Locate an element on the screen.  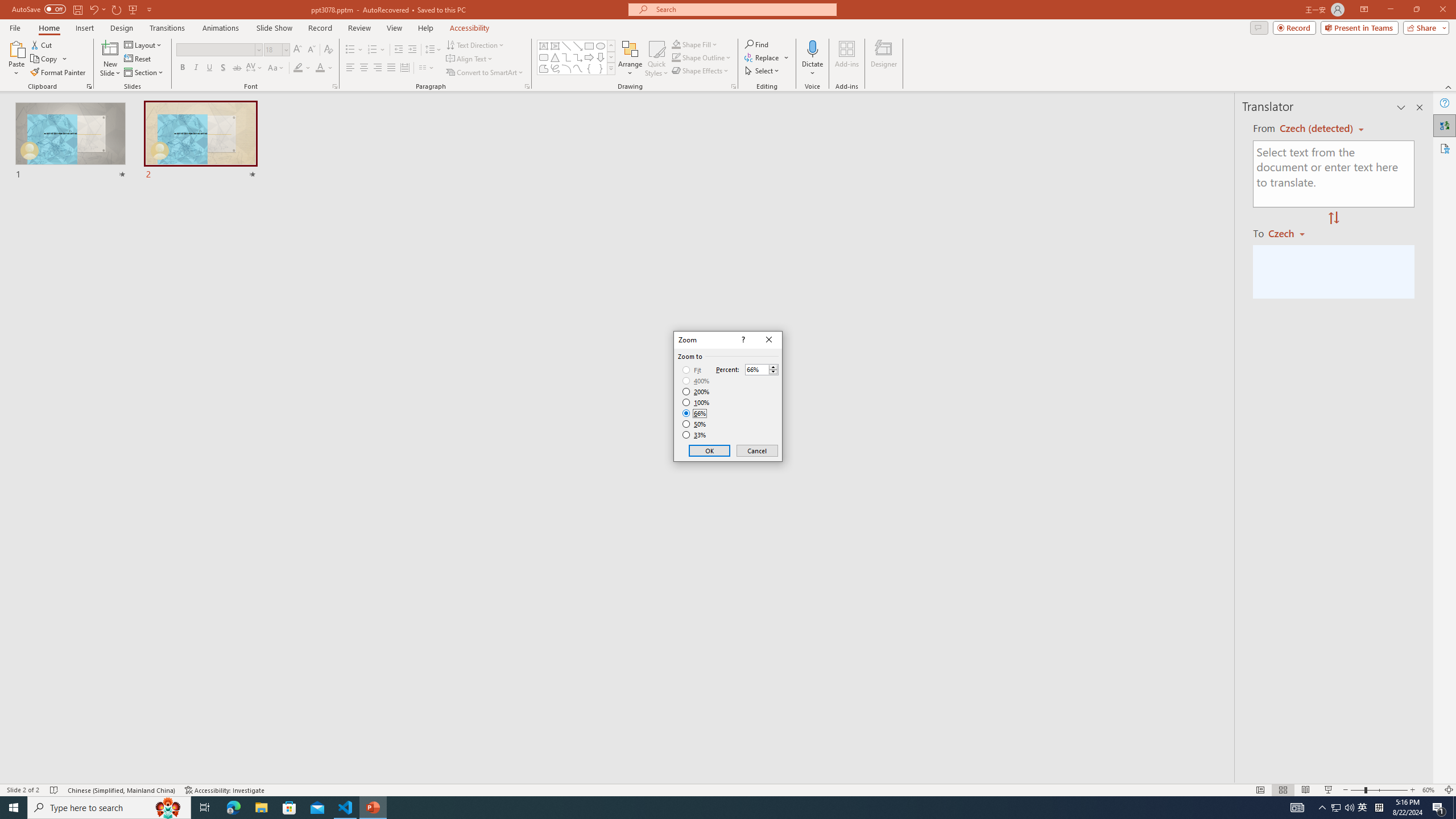
'Context help' is located at coordinates (742, 340).